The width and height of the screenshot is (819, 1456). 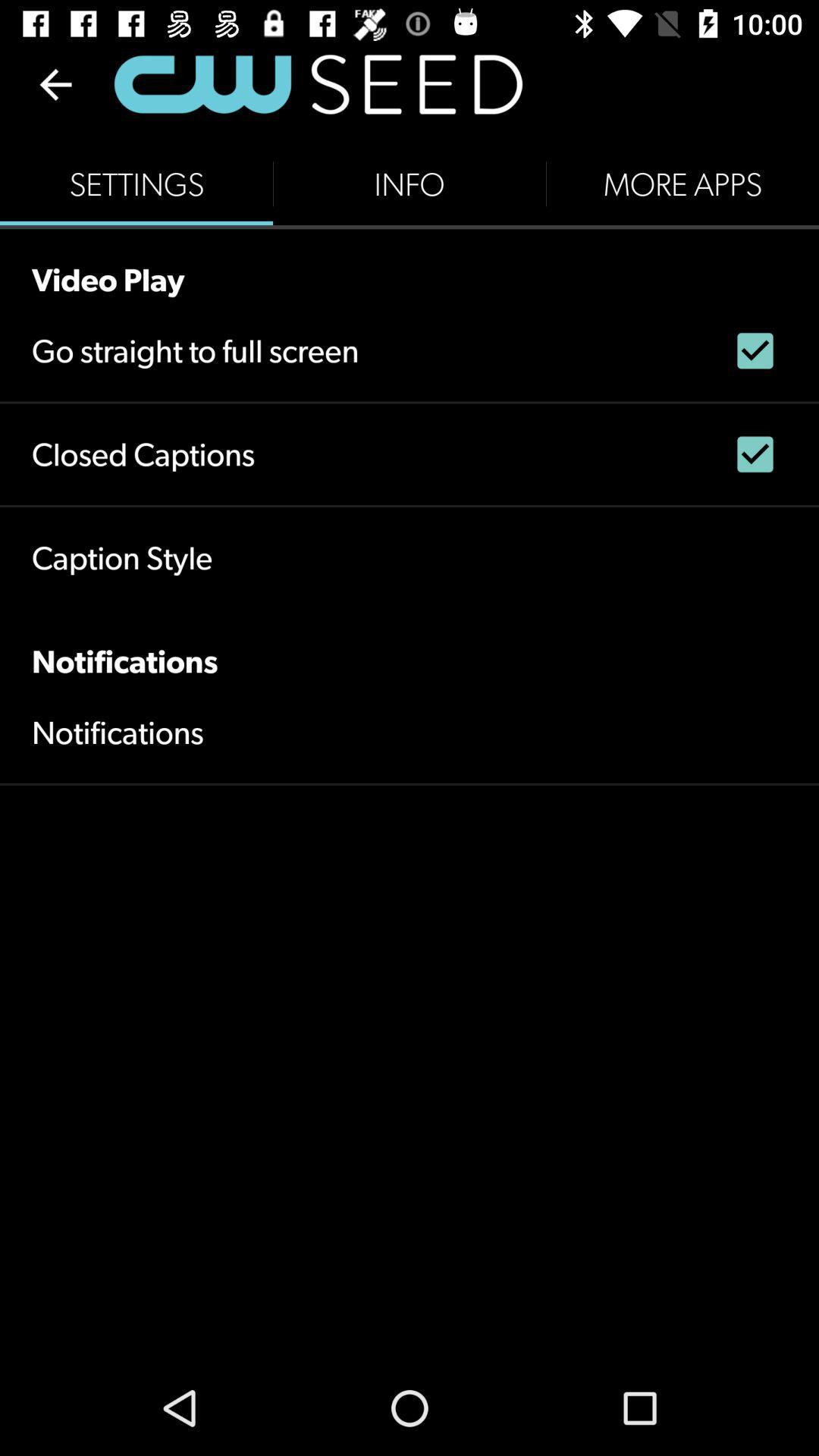 What do you see at coordinates (194, 350) in the screenshot?
I see `go straight to item` at bounding box center [194, 350].